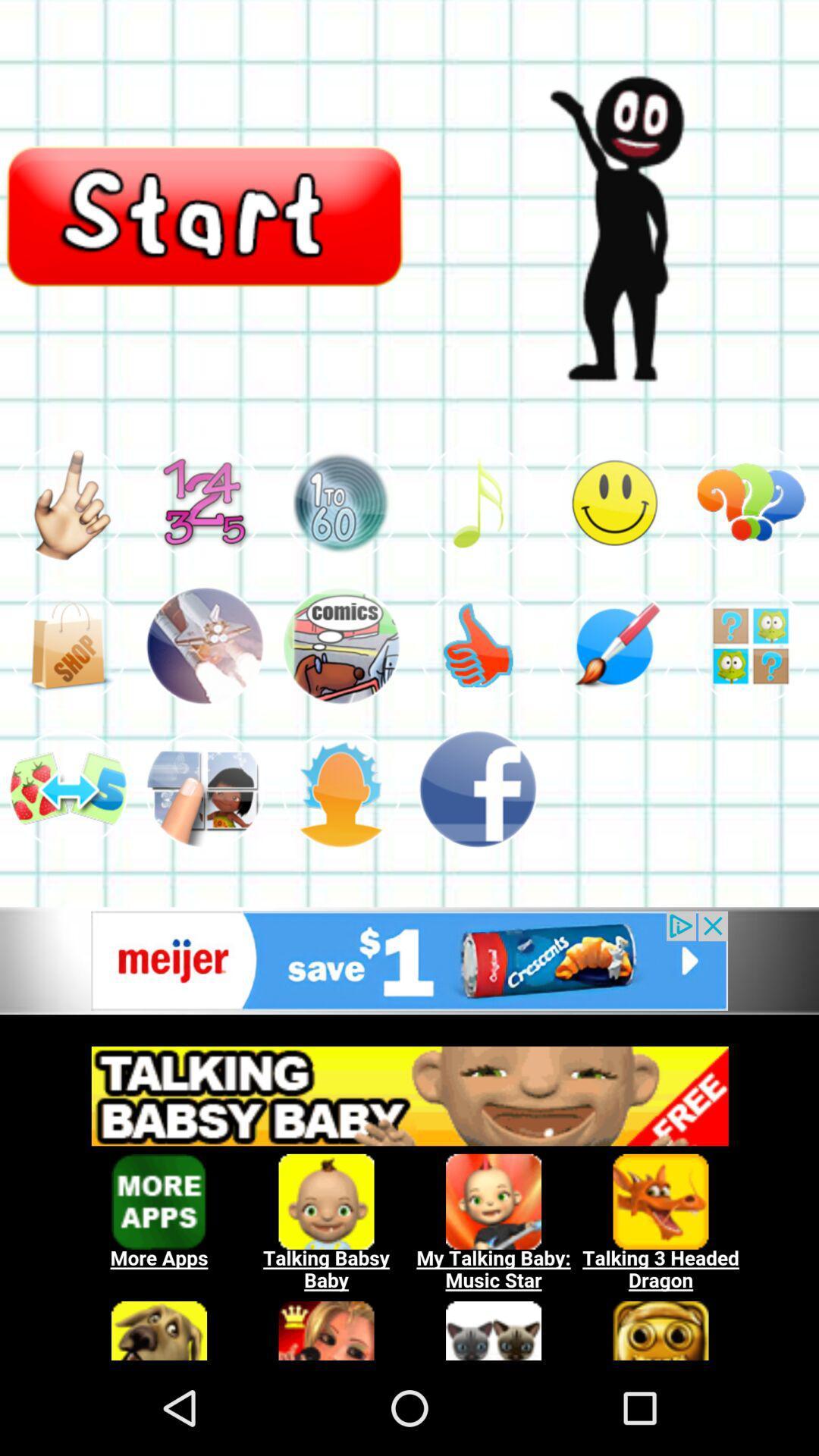 The width and height of the screenshot is (819, 1456). Describe the element at coordinates (614, 538) in the screenshot. I see `the emoji icon` at that location.